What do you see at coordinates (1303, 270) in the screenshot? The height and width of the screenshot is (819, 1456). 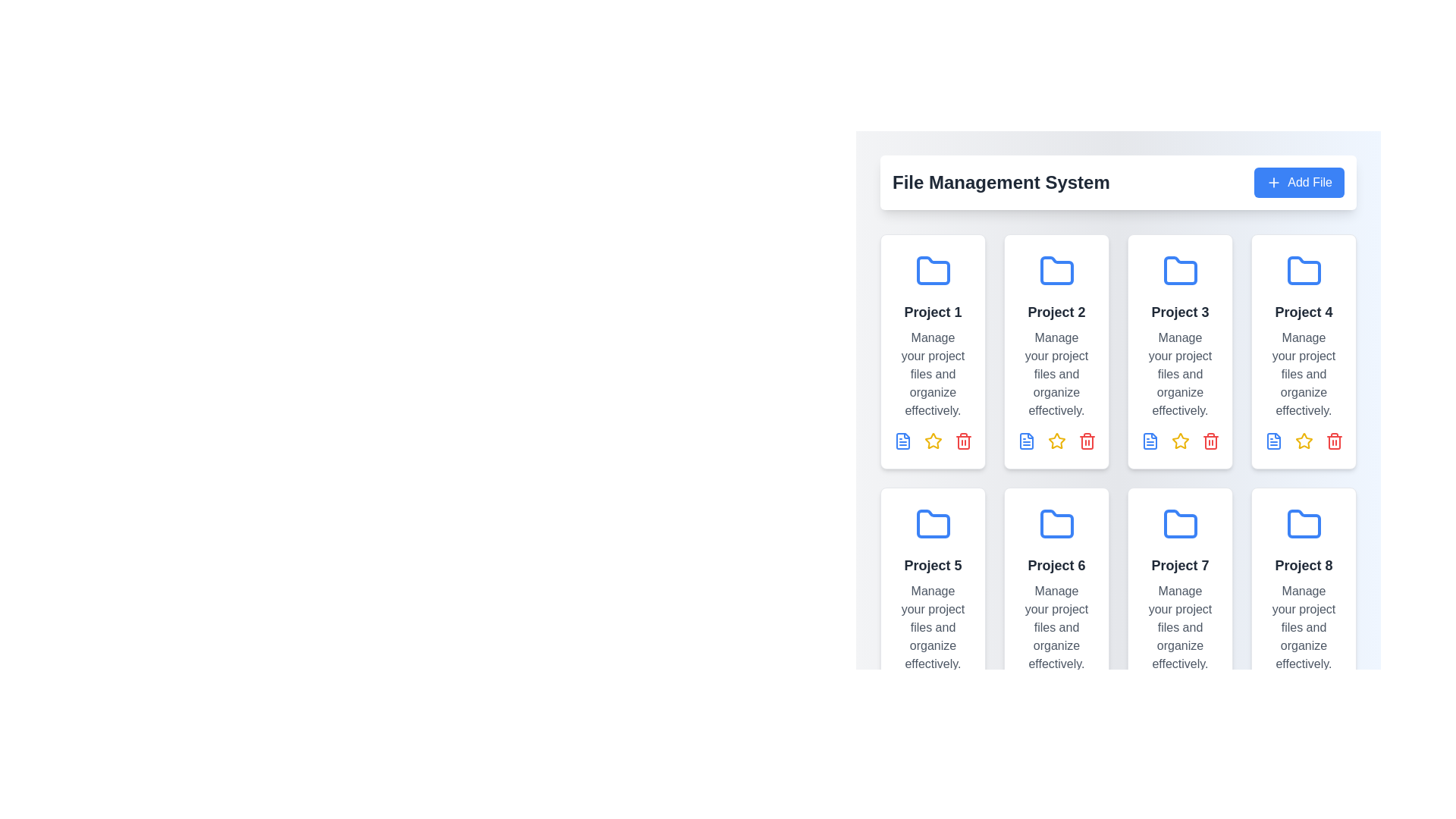 I see `the folder icon located in the "Project 4" card, which is positioned in the fourth column of the first row of the grid` at bounding box center [1303, 270].